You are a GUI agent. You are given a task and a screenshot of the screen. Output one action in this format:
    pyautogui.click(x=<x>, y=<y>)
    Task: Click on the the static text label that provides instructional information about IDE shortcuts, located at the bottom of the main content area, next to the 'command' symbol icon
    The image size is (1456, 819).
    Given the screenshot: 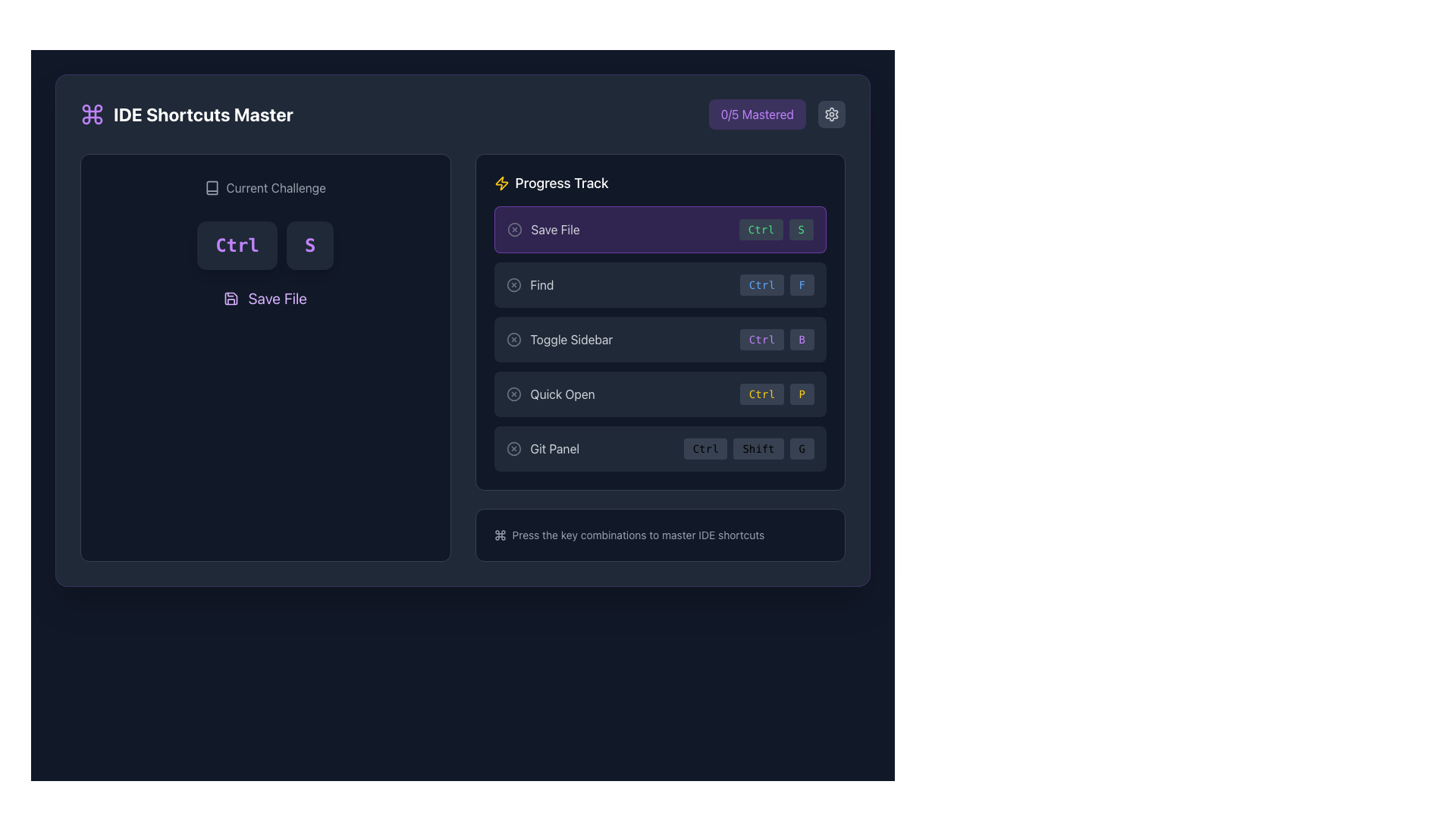 What is the action you would take?
    pyautogui.click(x=638, y=534)
    